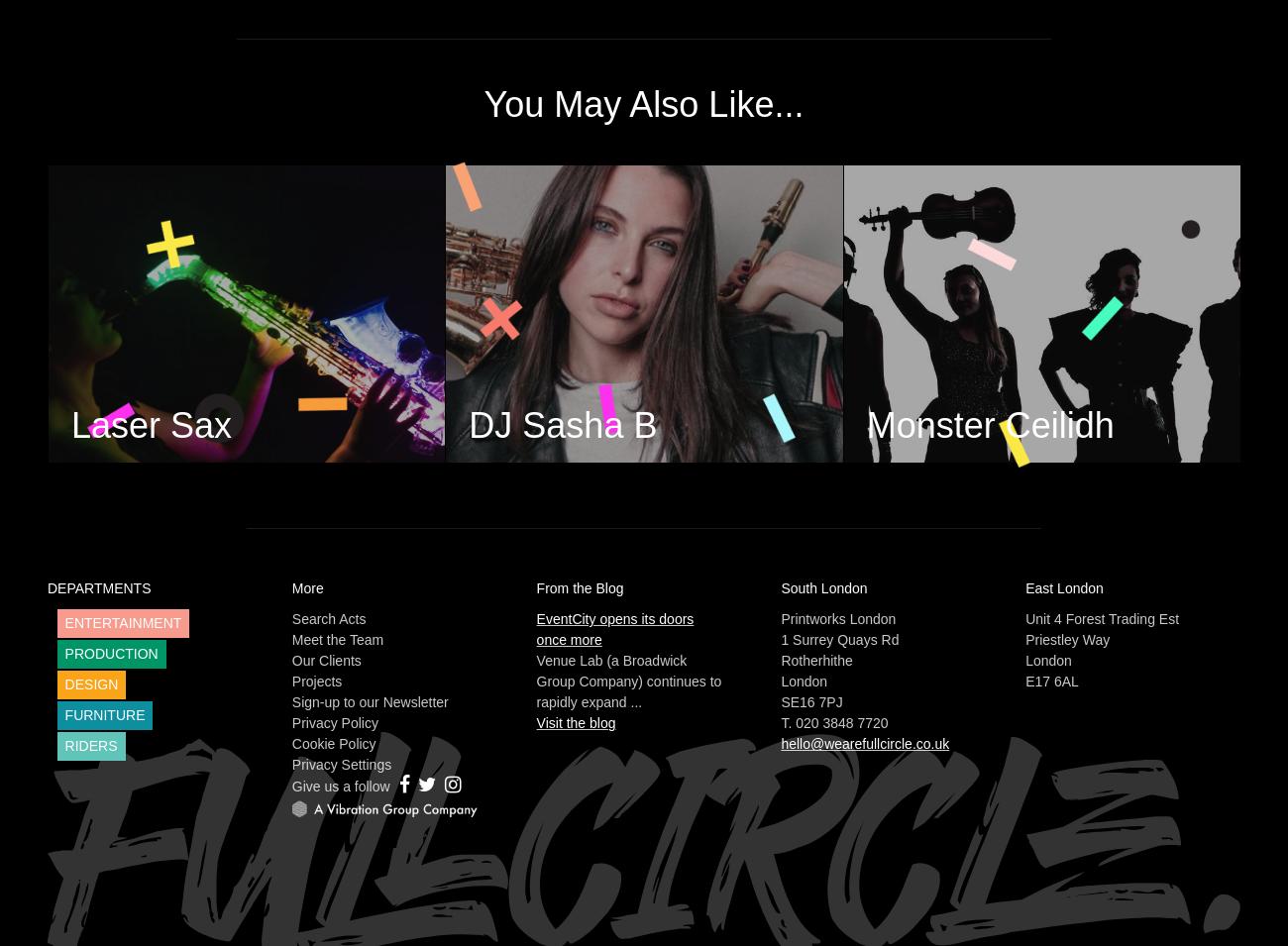  What do you see at coordinates (628, 680) in the screenshot?
I see `'Venue Lab (a Broadwick Group Company) continues to rapidly expand ...'` at bounding box center [628, 680].